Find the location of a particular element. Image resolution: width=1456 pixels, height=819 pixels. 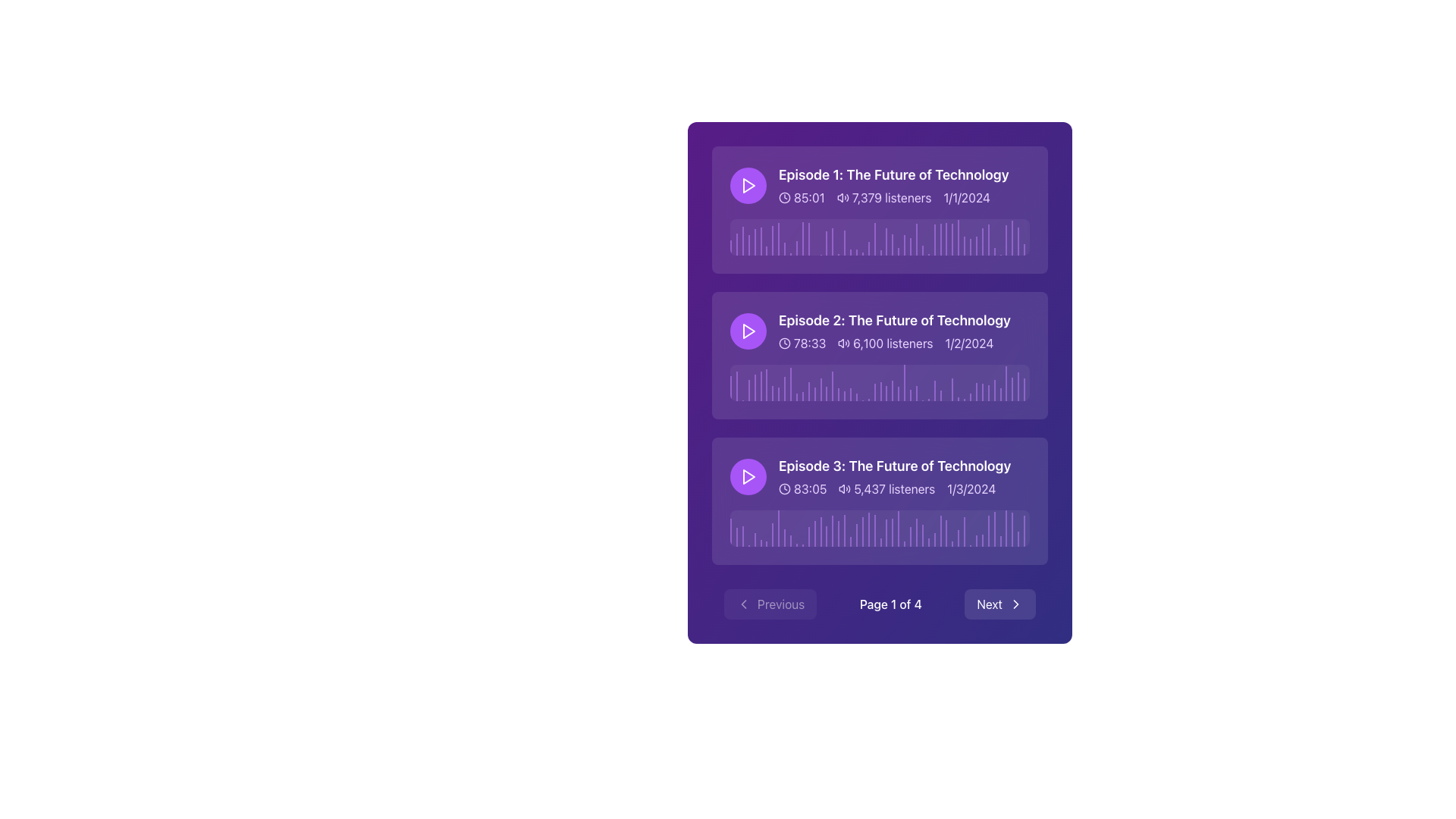

the fifth vertical segment of the progress bar for 'Episode 1: The Future of Technology', which is a semi-transparent purple line positioned towards the left at approximately 8% of the total width is located at coordinates (755, 241).